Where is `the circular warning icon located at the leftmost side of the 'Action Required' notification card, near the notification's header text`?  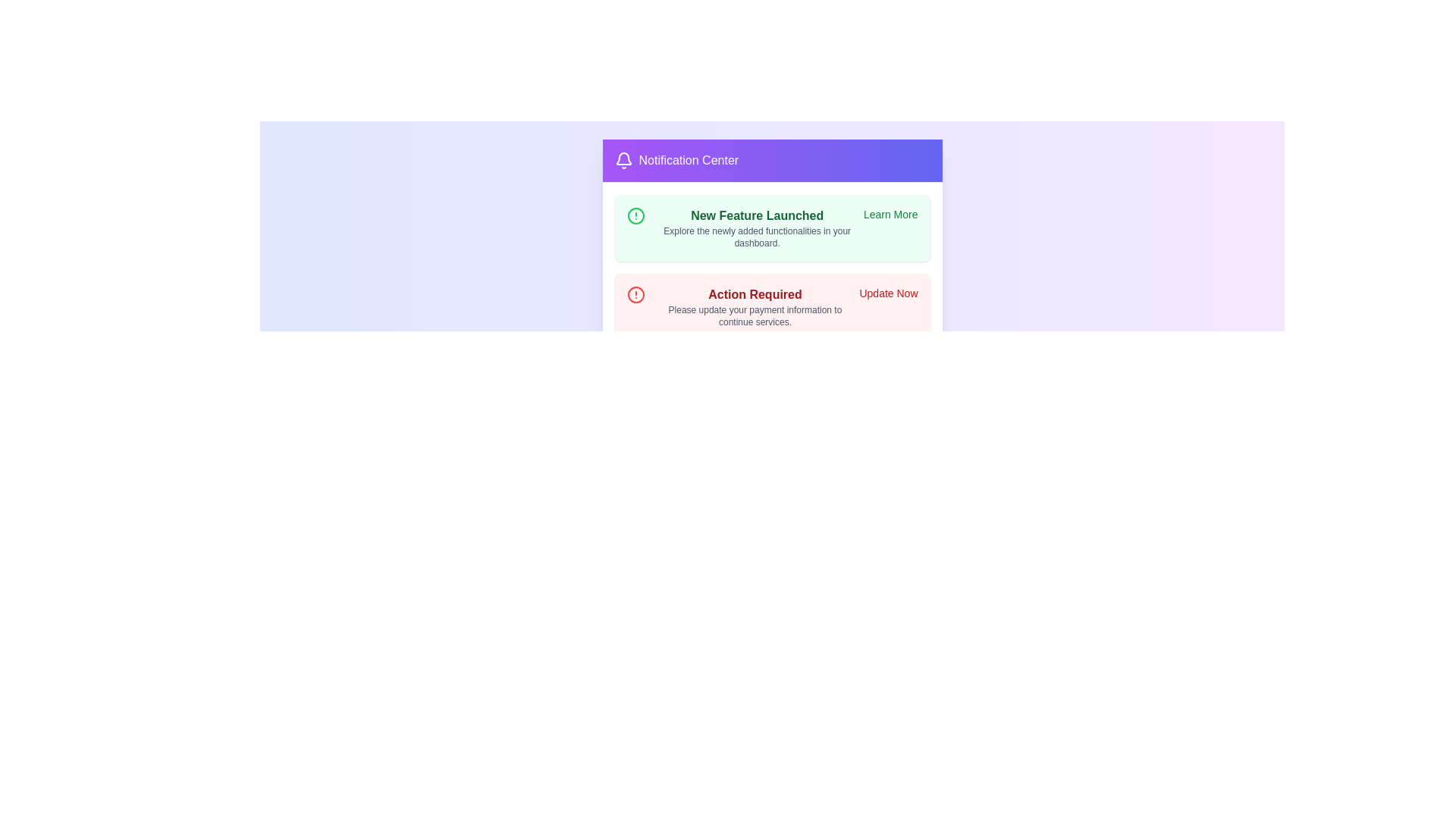 the circular warning icon located at the leftmost side of the 'Action Required' notification card, near the notification's header text is located at coordinates (635, 295).